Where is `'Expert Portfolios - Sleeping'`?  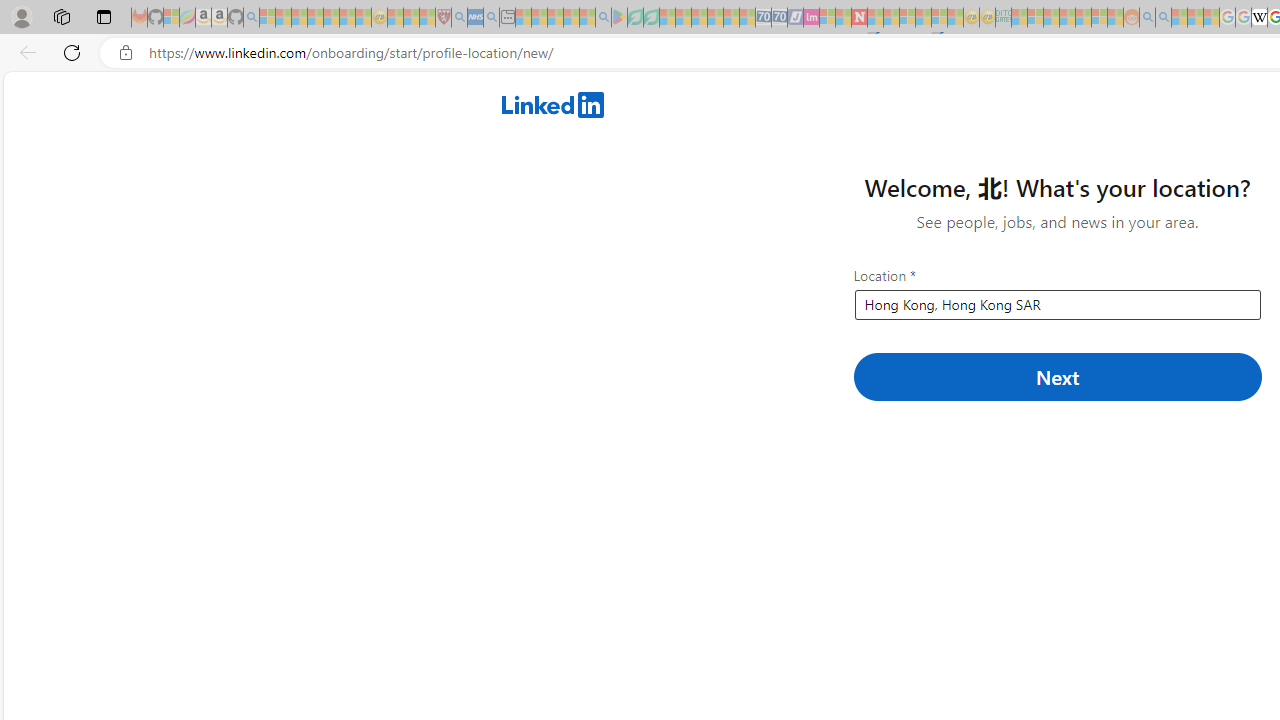 'Expert Portfolios - Sleeping' is located at coordinates (1066, 17).